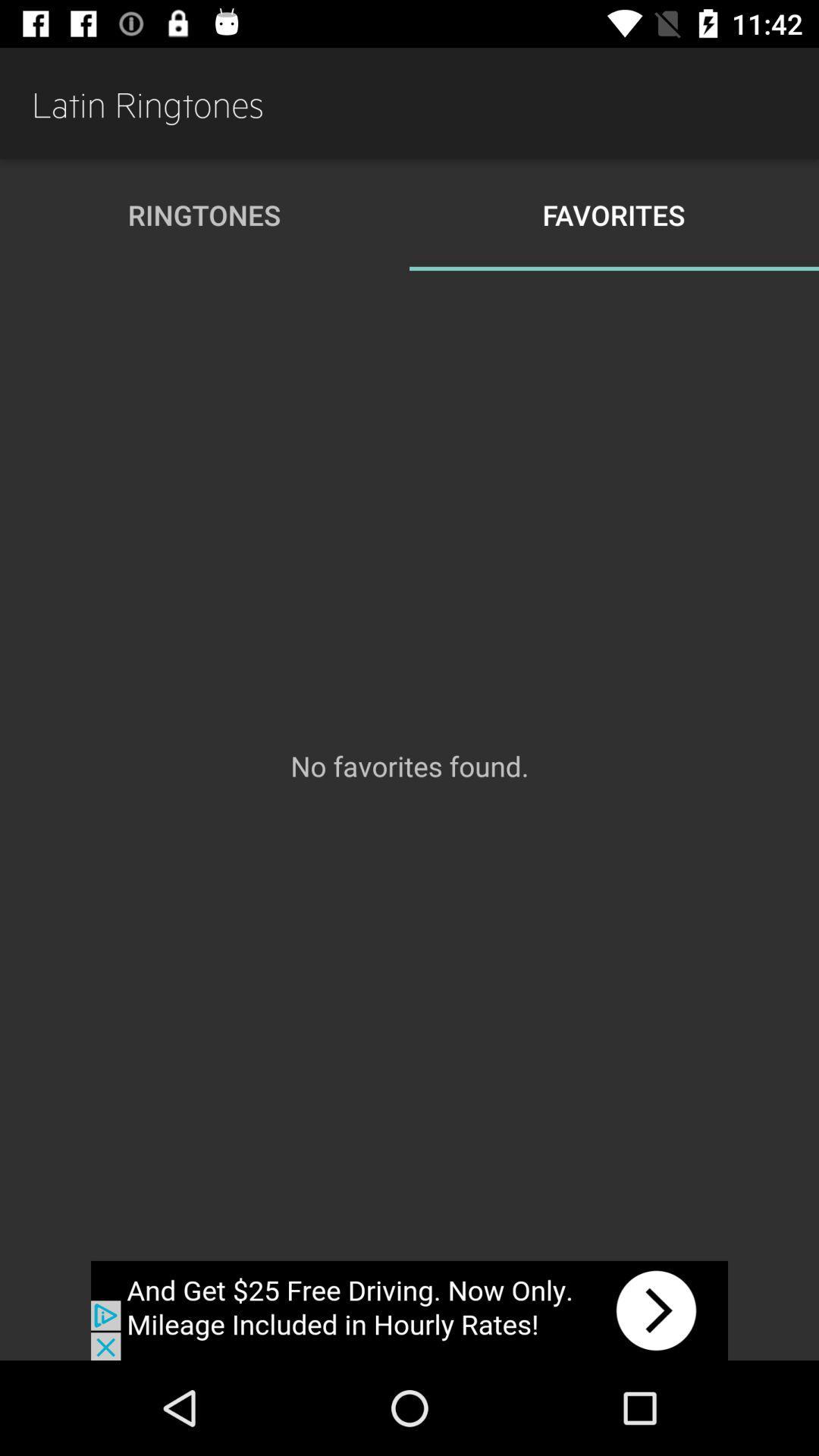 The image size is (819, 1456). What do you see at coordinates (409, 1310) in the screenshot?
I see `opens advertisement` at bounding box center [409, 1310].